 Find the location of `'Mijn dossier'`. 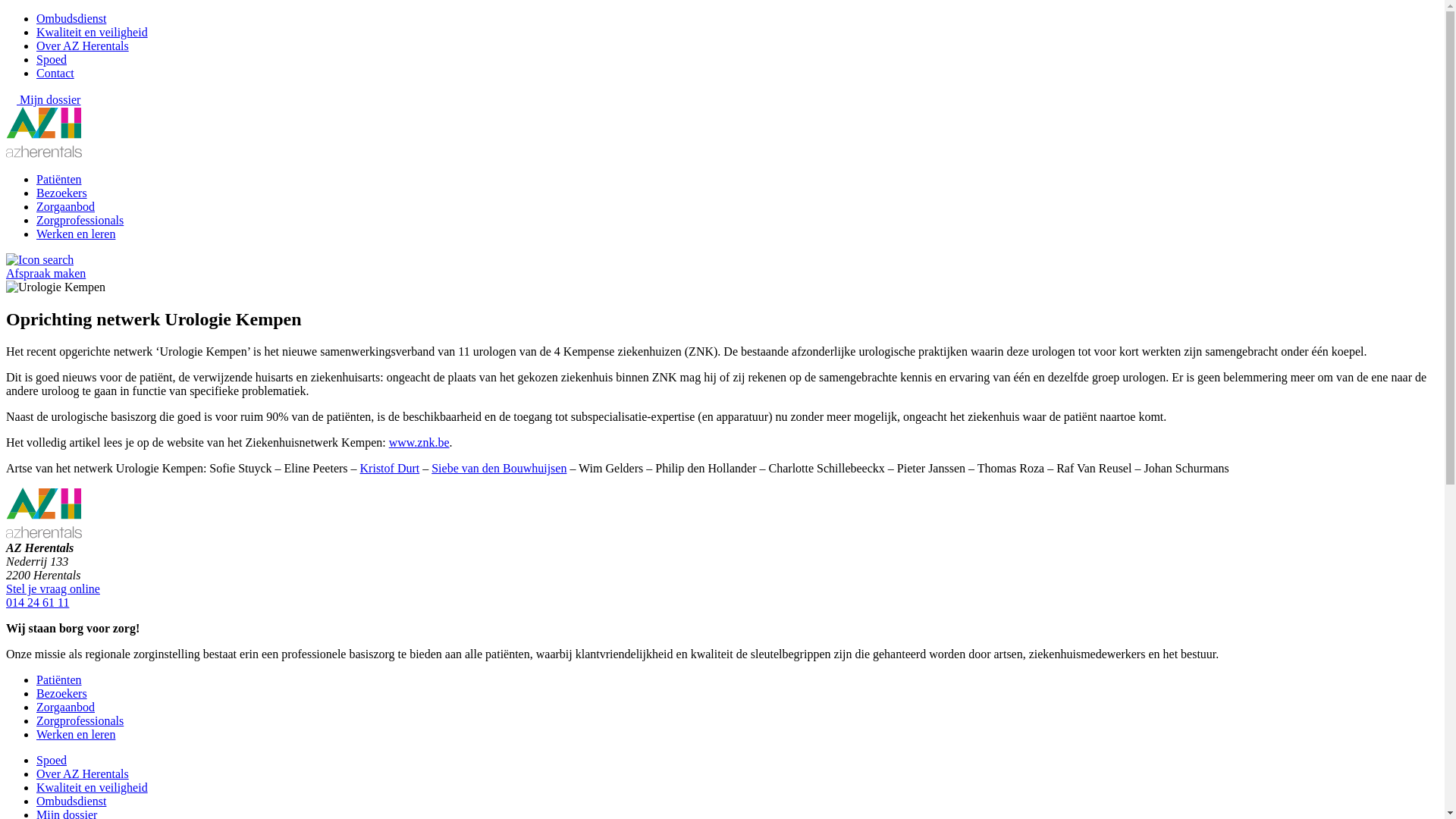

'Mijn dossier' is located at coordinates (6, 99).